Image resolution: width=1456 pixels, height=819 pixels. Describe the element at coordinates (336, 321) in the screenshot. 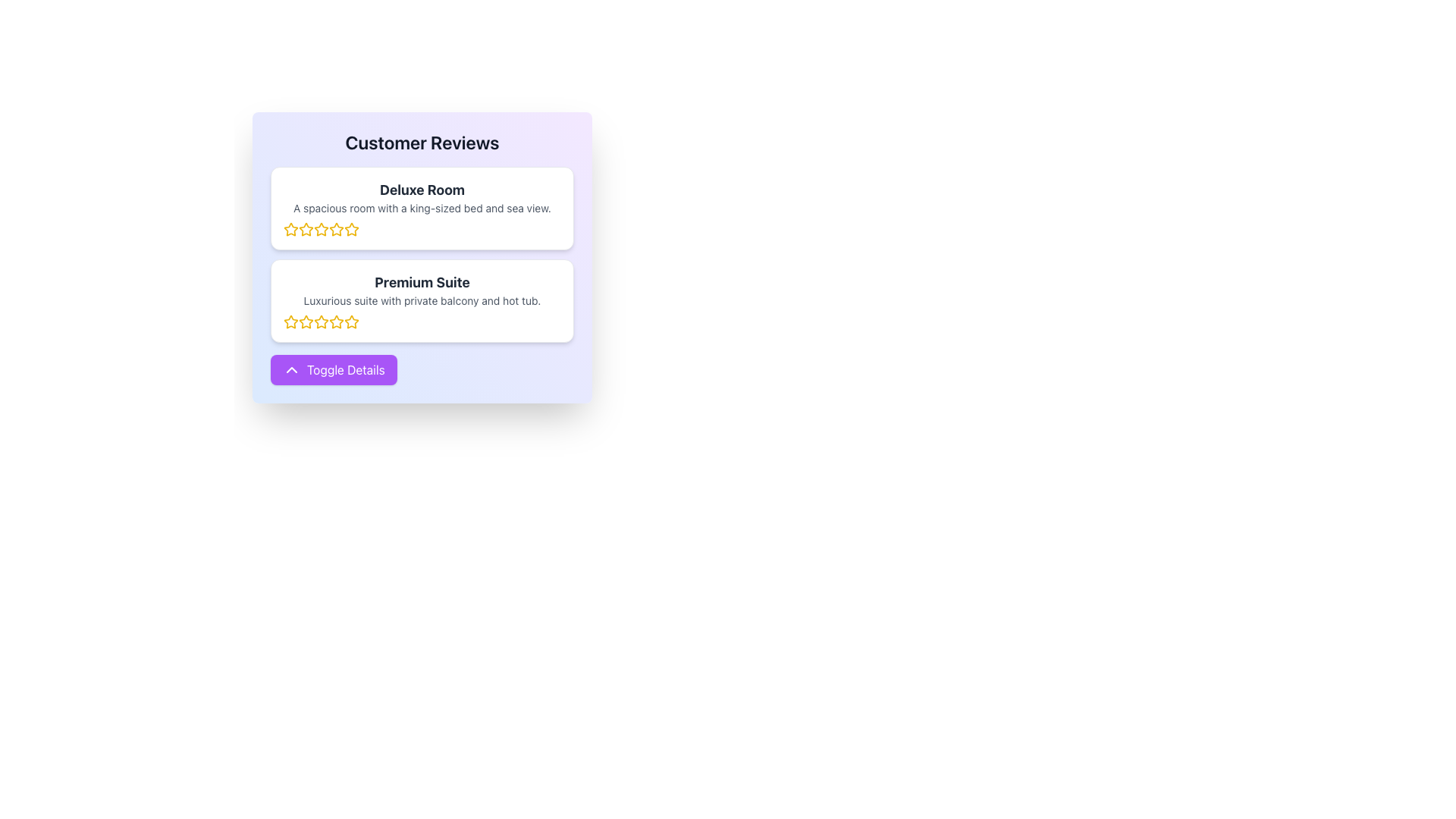

I see `the fourth star icon in the five-star rating system for the Premium Suite, which visually indicates a rating level` at that location.